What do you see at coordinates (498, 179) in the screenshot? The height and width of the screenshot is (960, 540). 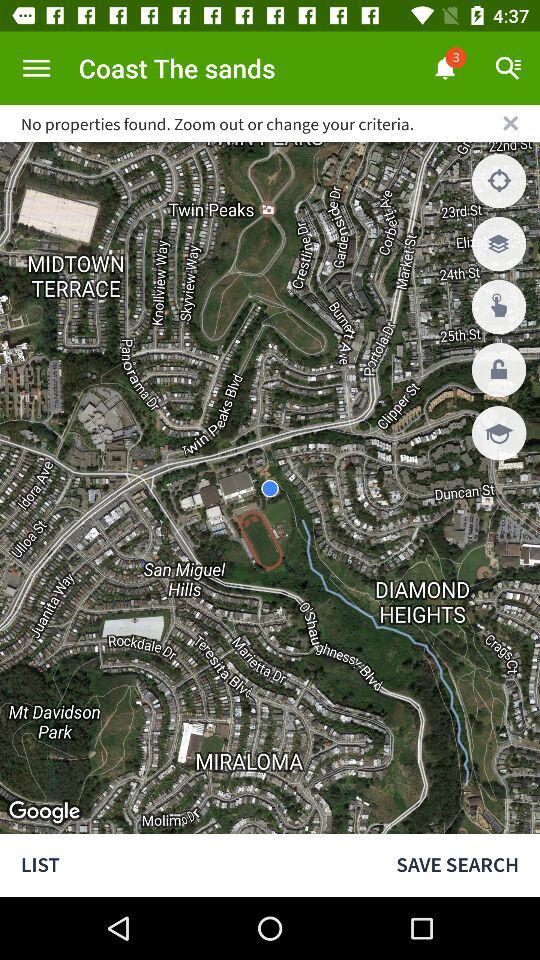 I see `the location icon to the right of the page` at bounding box center [498, 179].